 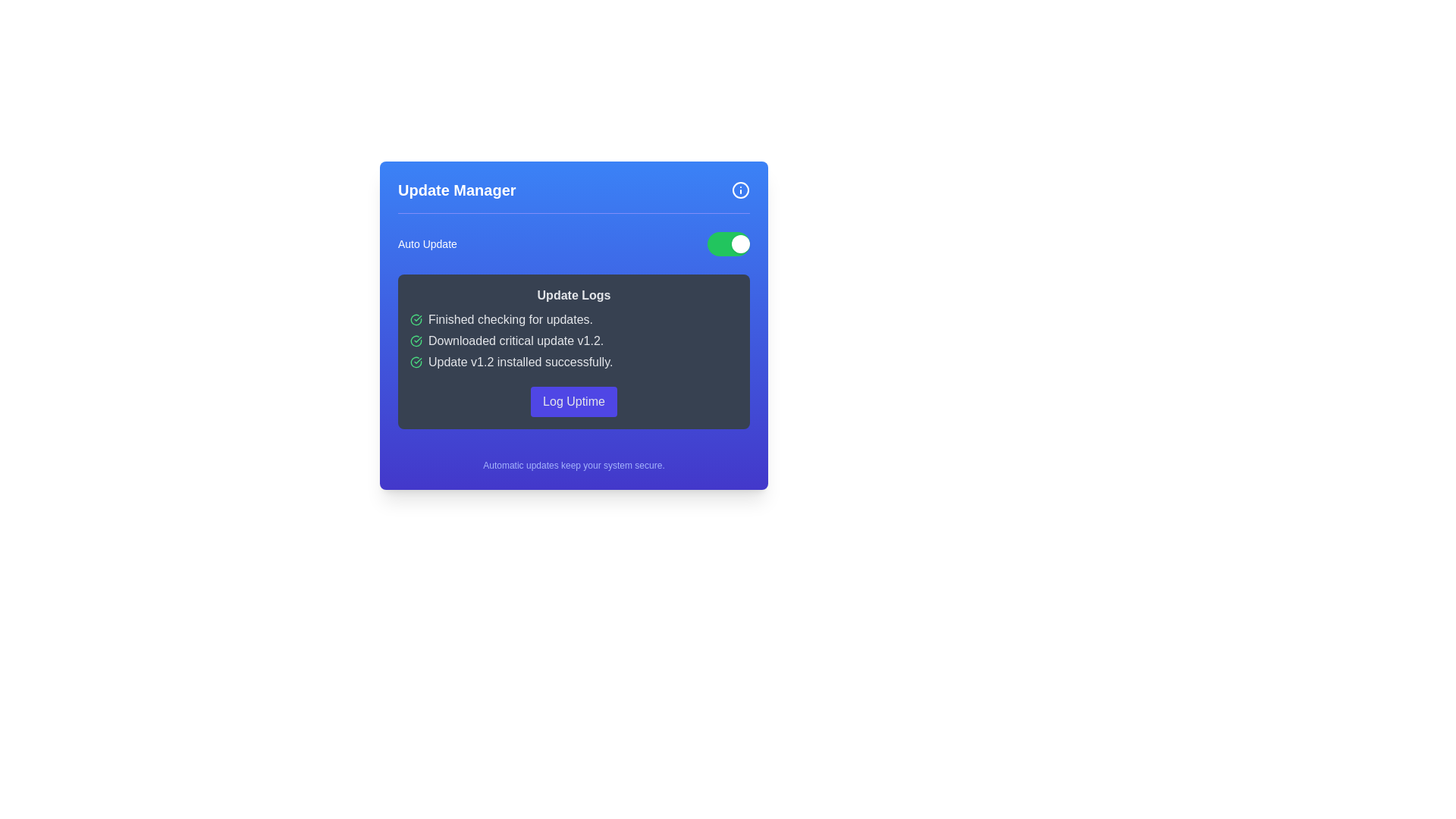 What do you see at coordinates (426, 243) in the screenshot?
I see `the text label that displays 'Auto Update', which is styled with a small font size in white against a blue background` at bounding box center [426, 243].